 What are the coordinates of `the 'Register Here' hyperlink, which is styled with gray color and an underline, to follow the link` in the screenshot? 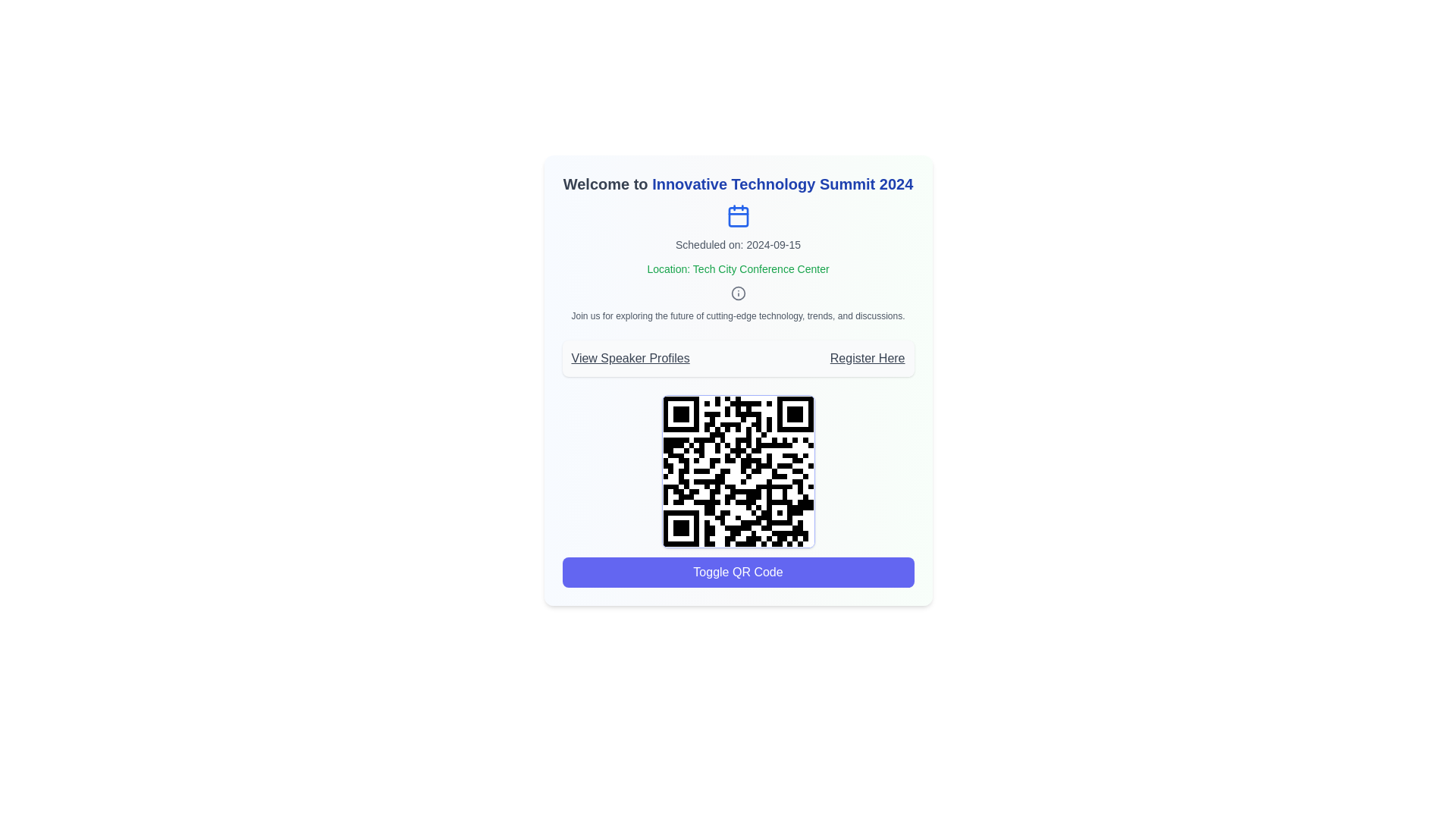 It's located at (868, 359).